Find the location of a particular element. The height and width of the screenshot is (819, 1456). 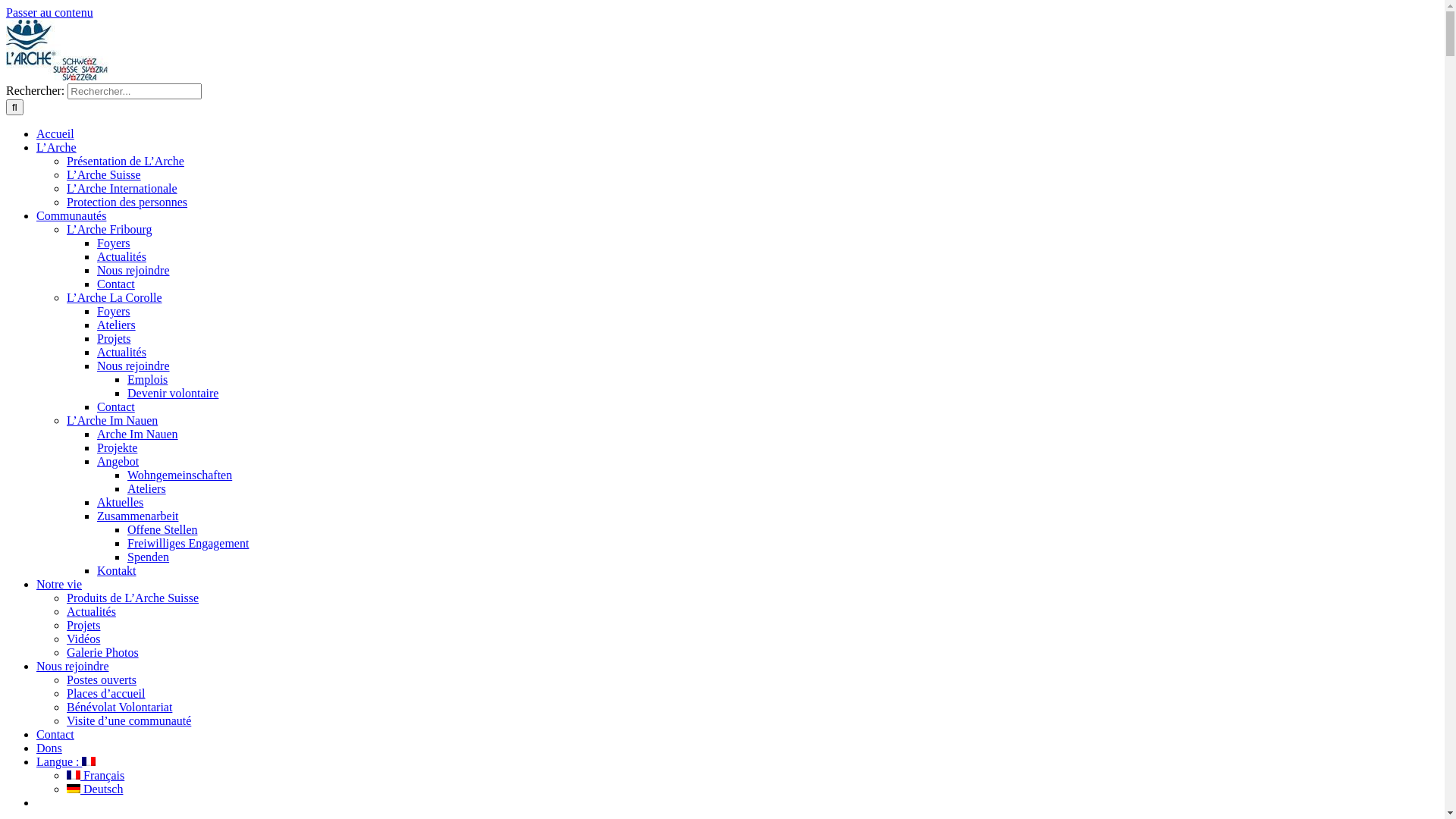

'Nous rejoindre' is located at coordinates (133, 269).